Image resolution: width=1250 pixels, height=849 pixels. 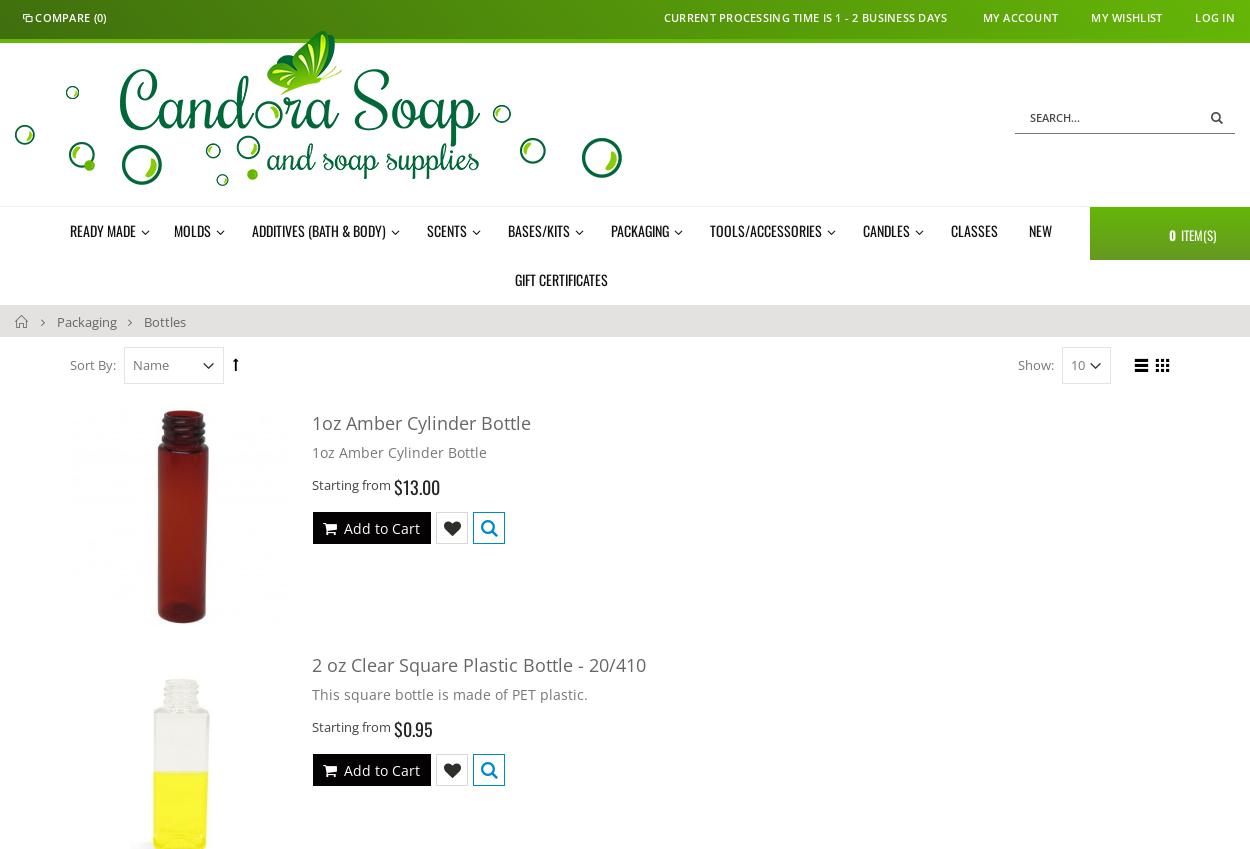 I want to click on '$0.95', so click(x=413, y=728).